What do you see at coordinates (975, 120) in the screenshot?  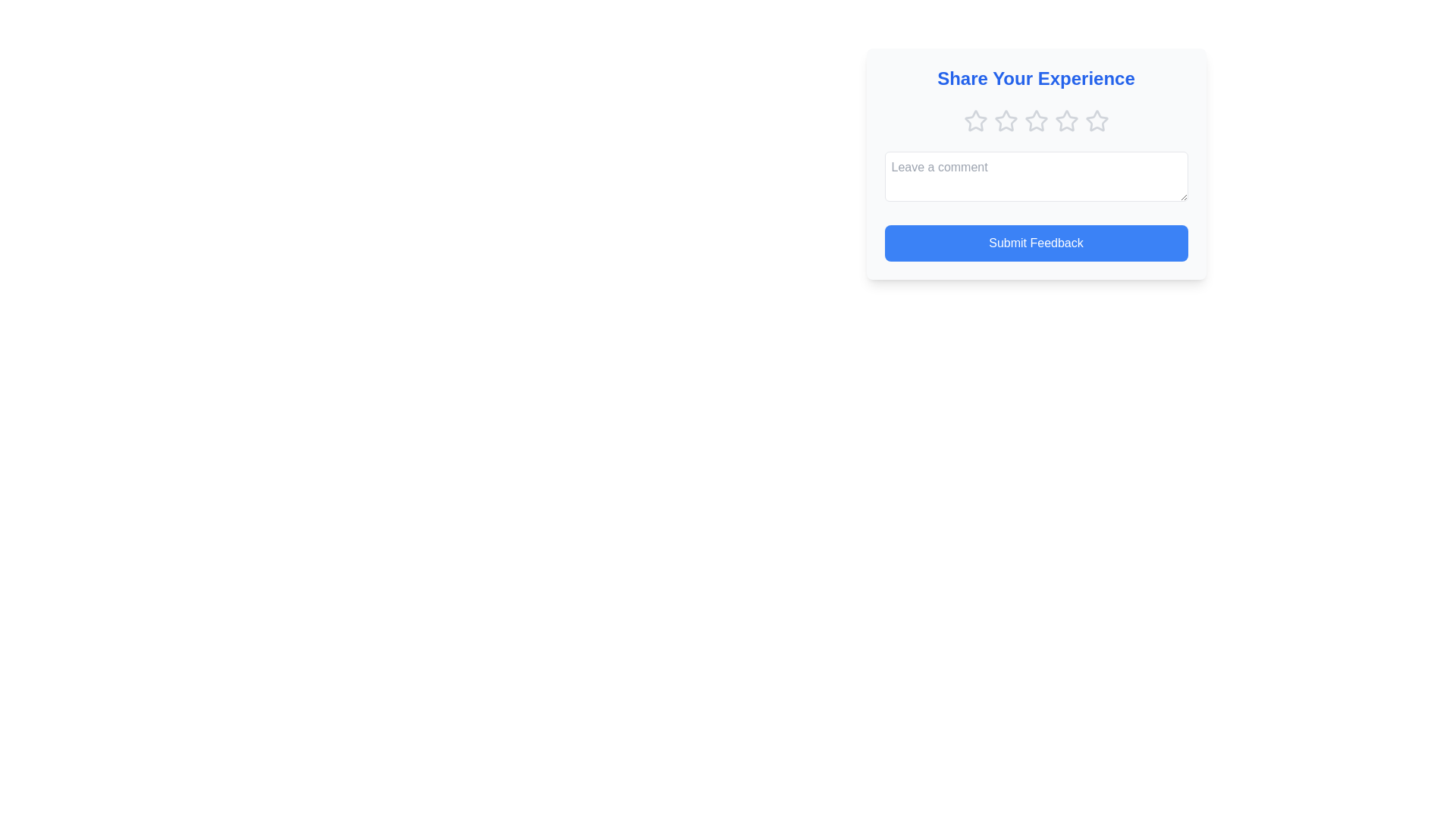 I see `the first star in the horizontal row of five identical stars` at bounding box center [975, 120].